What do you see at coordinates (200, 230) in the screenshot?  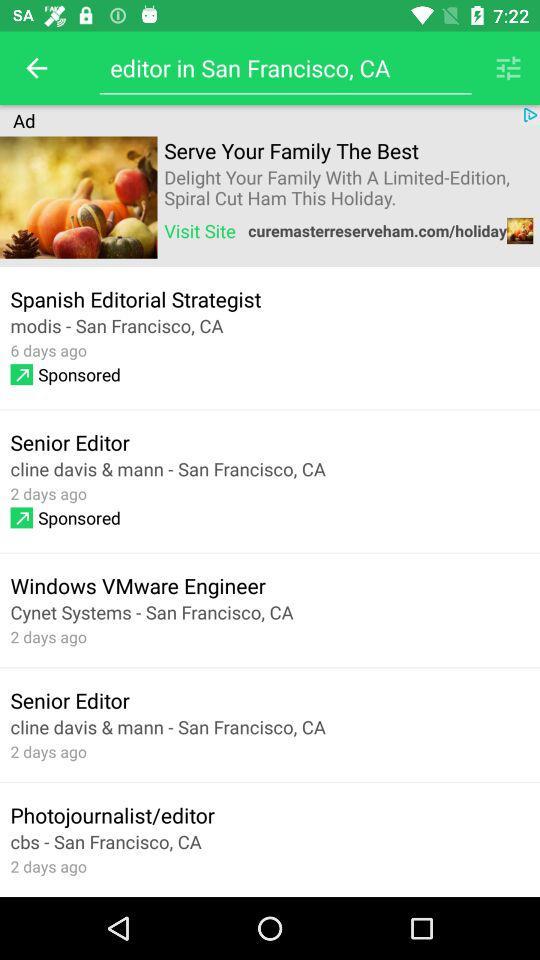 I see `icon below delight your family item` at bounding box center [200, 230].